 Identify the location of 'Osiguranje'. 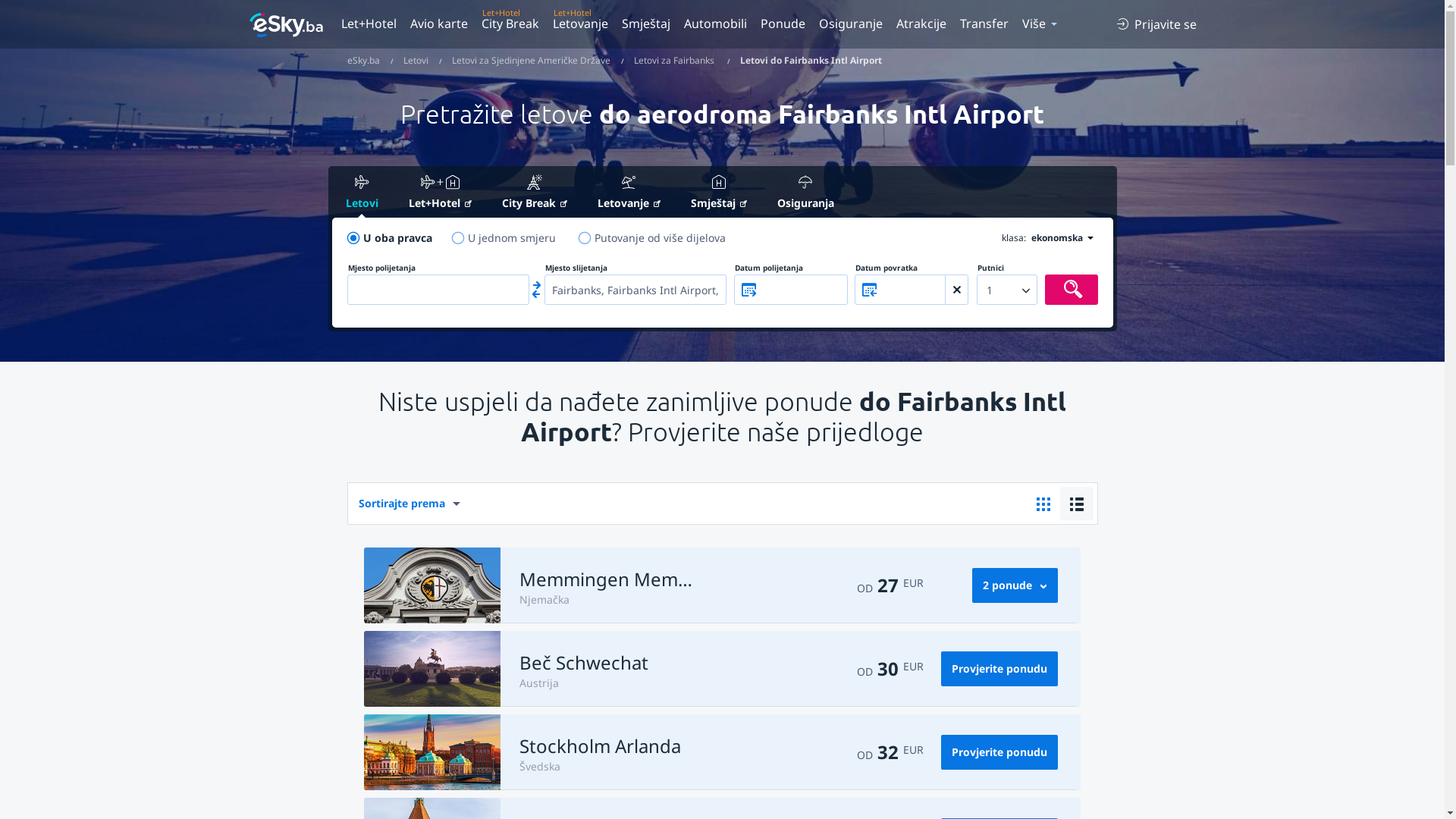
(850, 23).